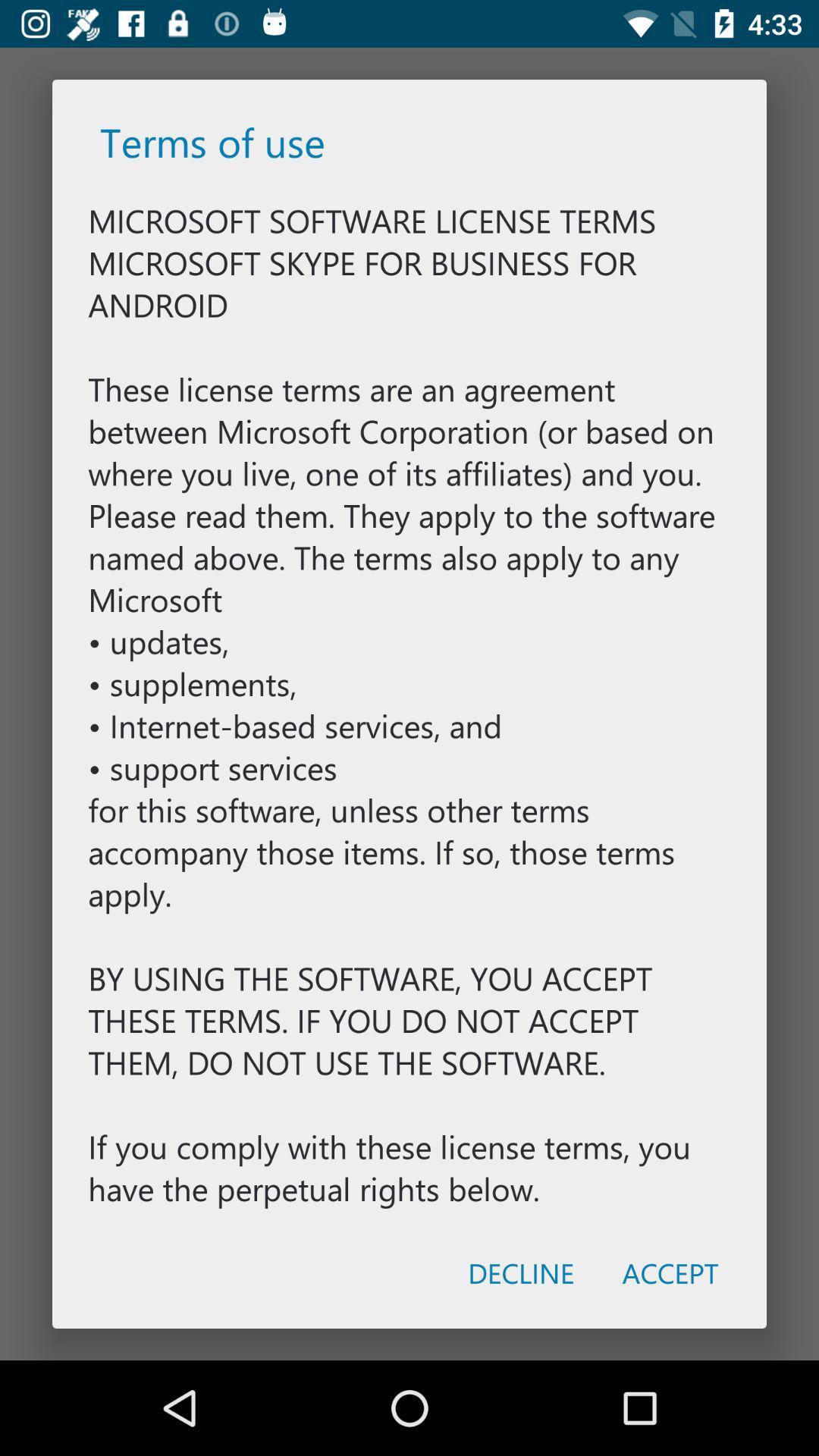 This screenshot has height=1456, width=819. I want to click on the icon at the bottom right corner, so click(670, 1272).